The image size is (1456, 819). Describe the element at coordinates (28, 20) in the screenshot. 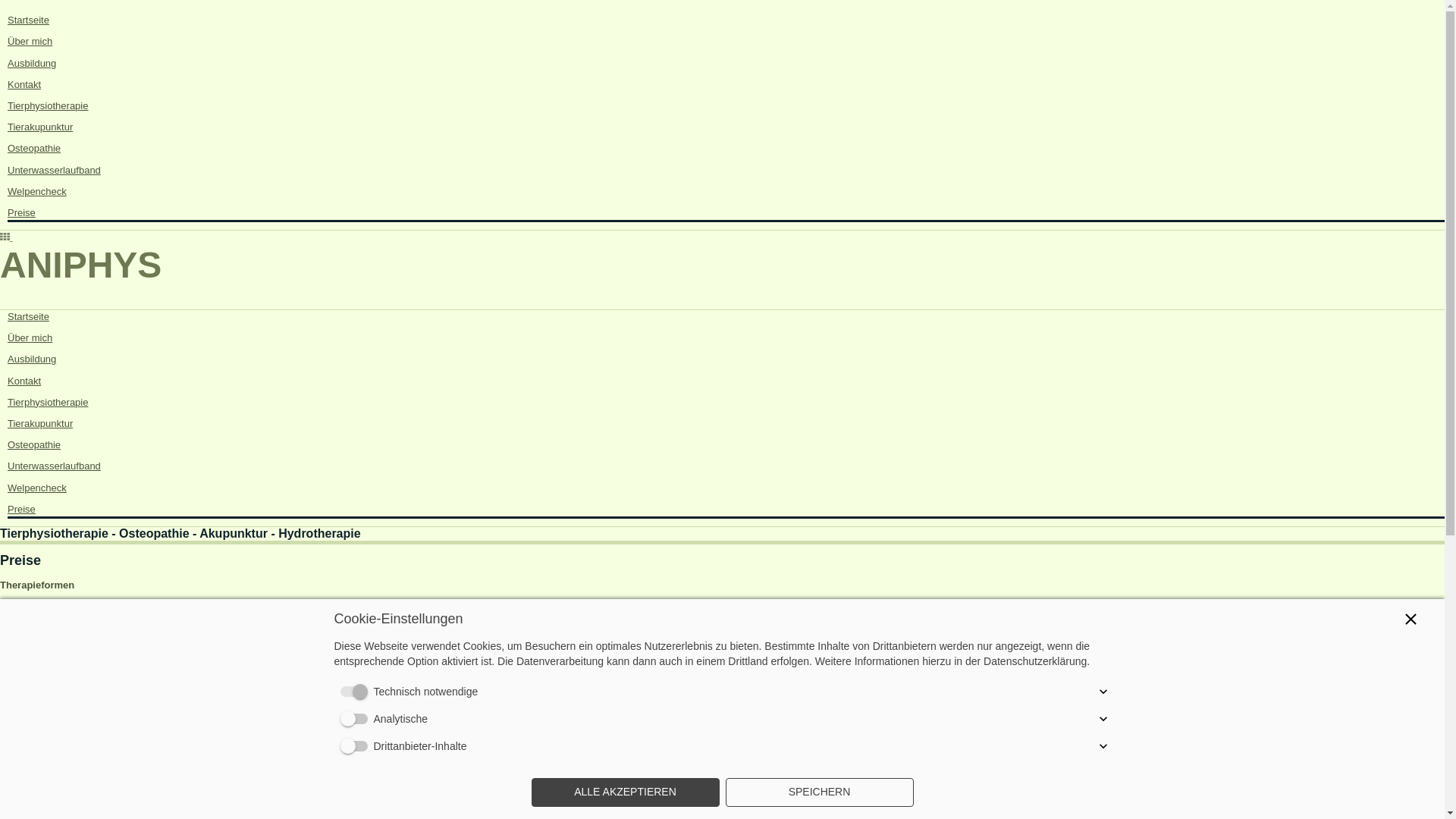

I see `'Startseite'` at that location.